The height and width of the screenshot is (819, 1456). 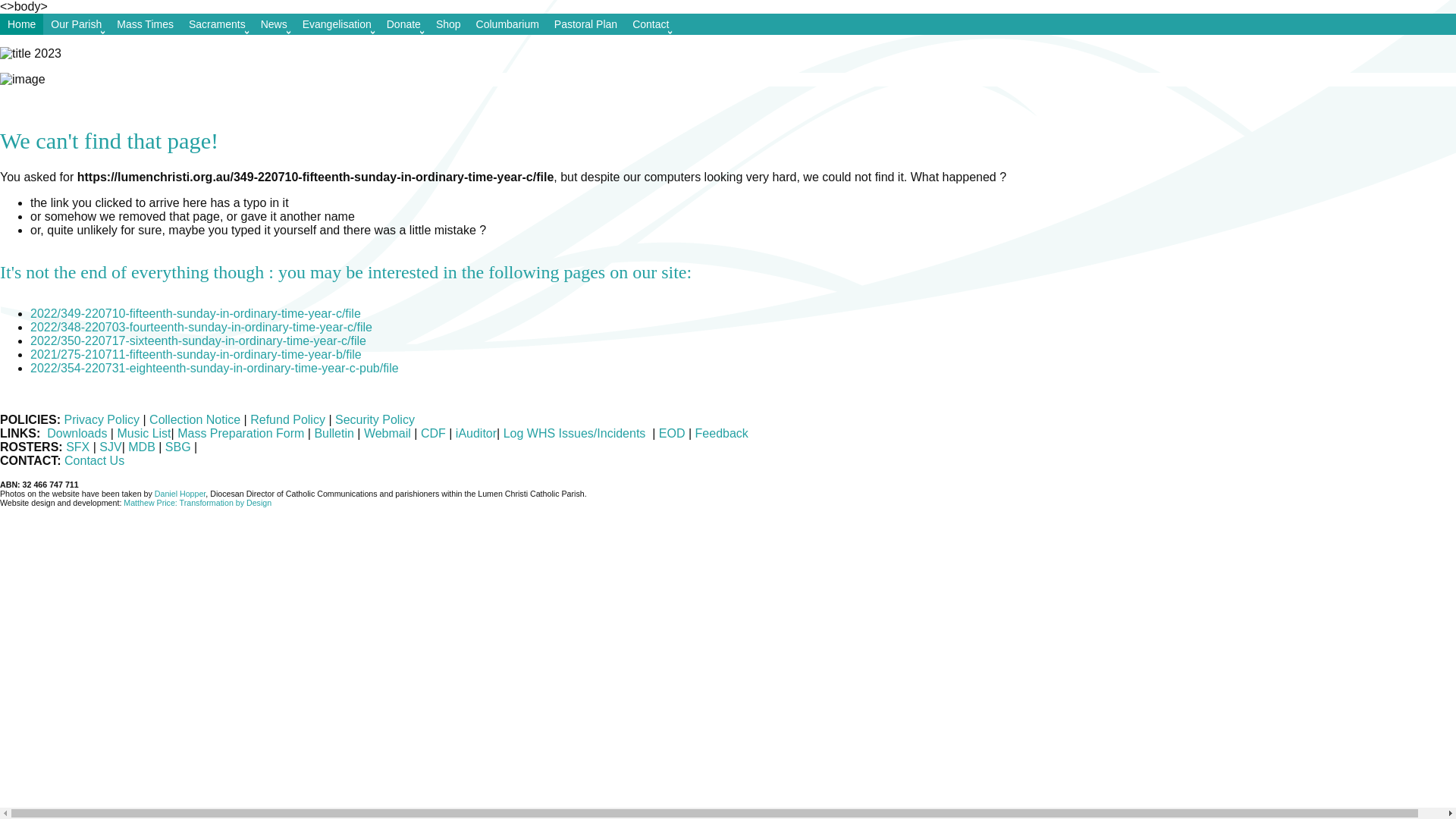 I want to click on 'Our Parish, so click(x=75, y=24).